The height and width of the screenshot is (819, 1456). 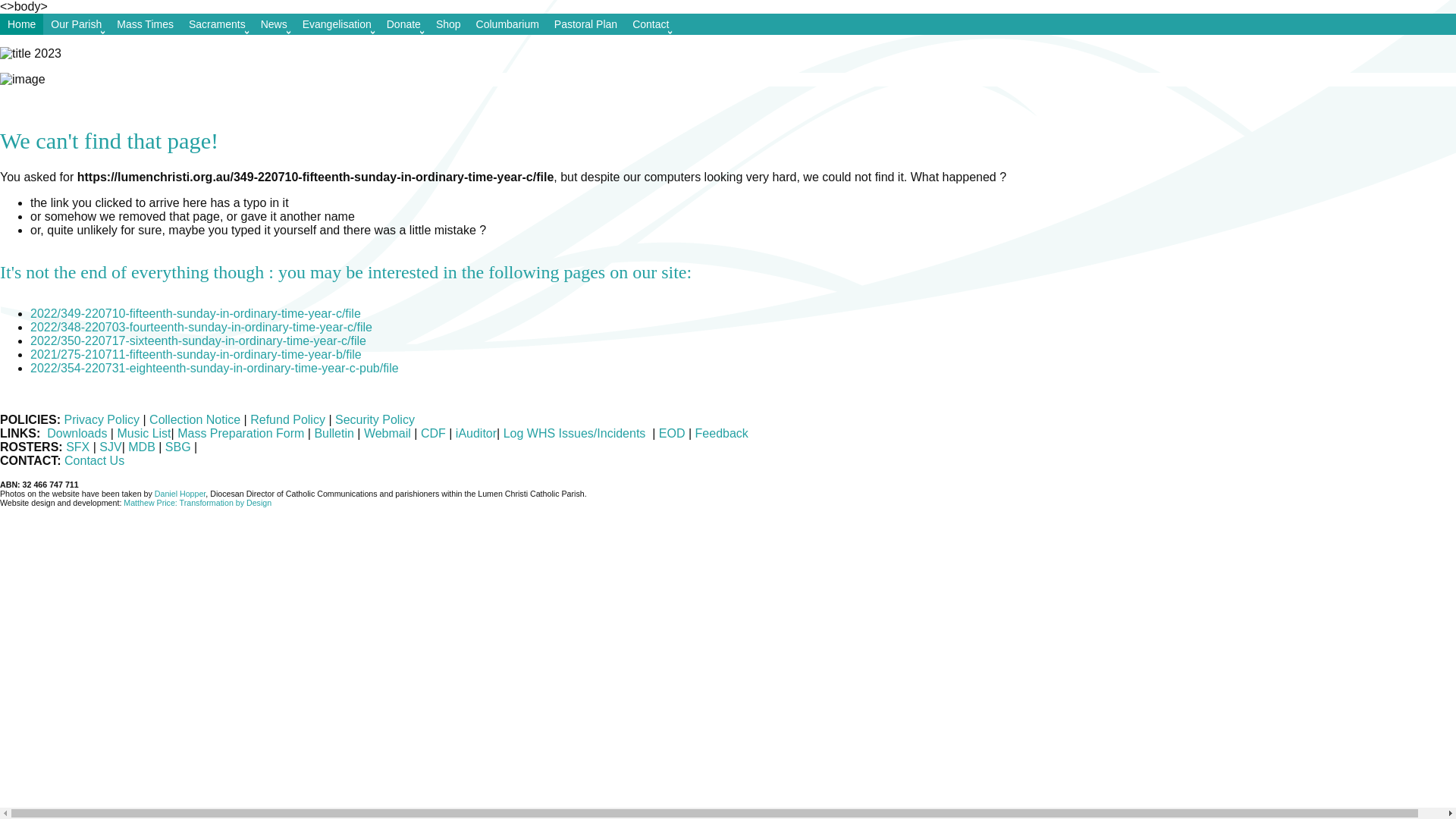 I want to click on 'Our Parish, so click(x=75, y=24).